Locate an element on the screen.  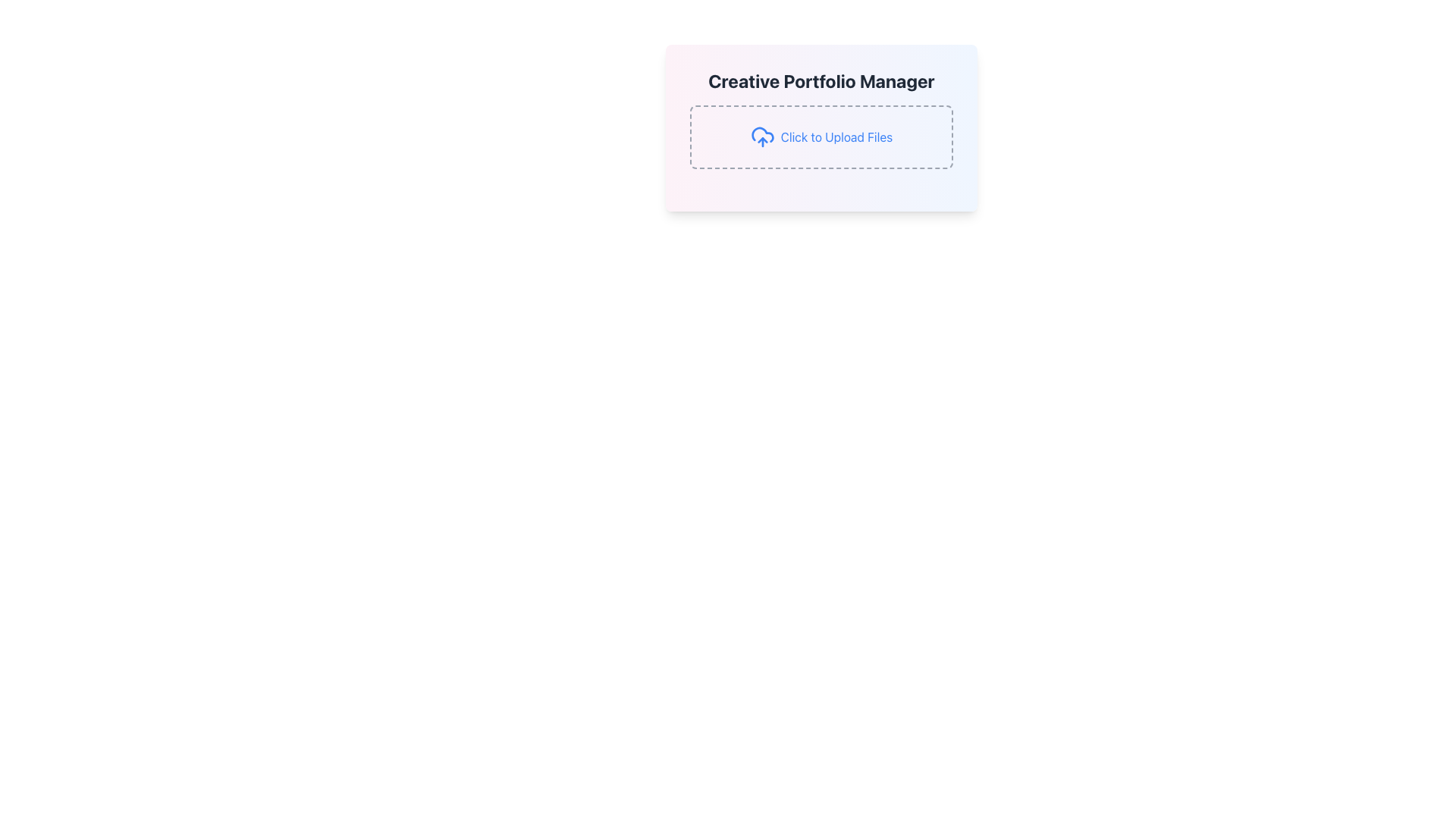
the Interactive file upload box, which has a dashed gray border and the text 'Click to Upload Files' in blue is located at coordinates (821, 137).